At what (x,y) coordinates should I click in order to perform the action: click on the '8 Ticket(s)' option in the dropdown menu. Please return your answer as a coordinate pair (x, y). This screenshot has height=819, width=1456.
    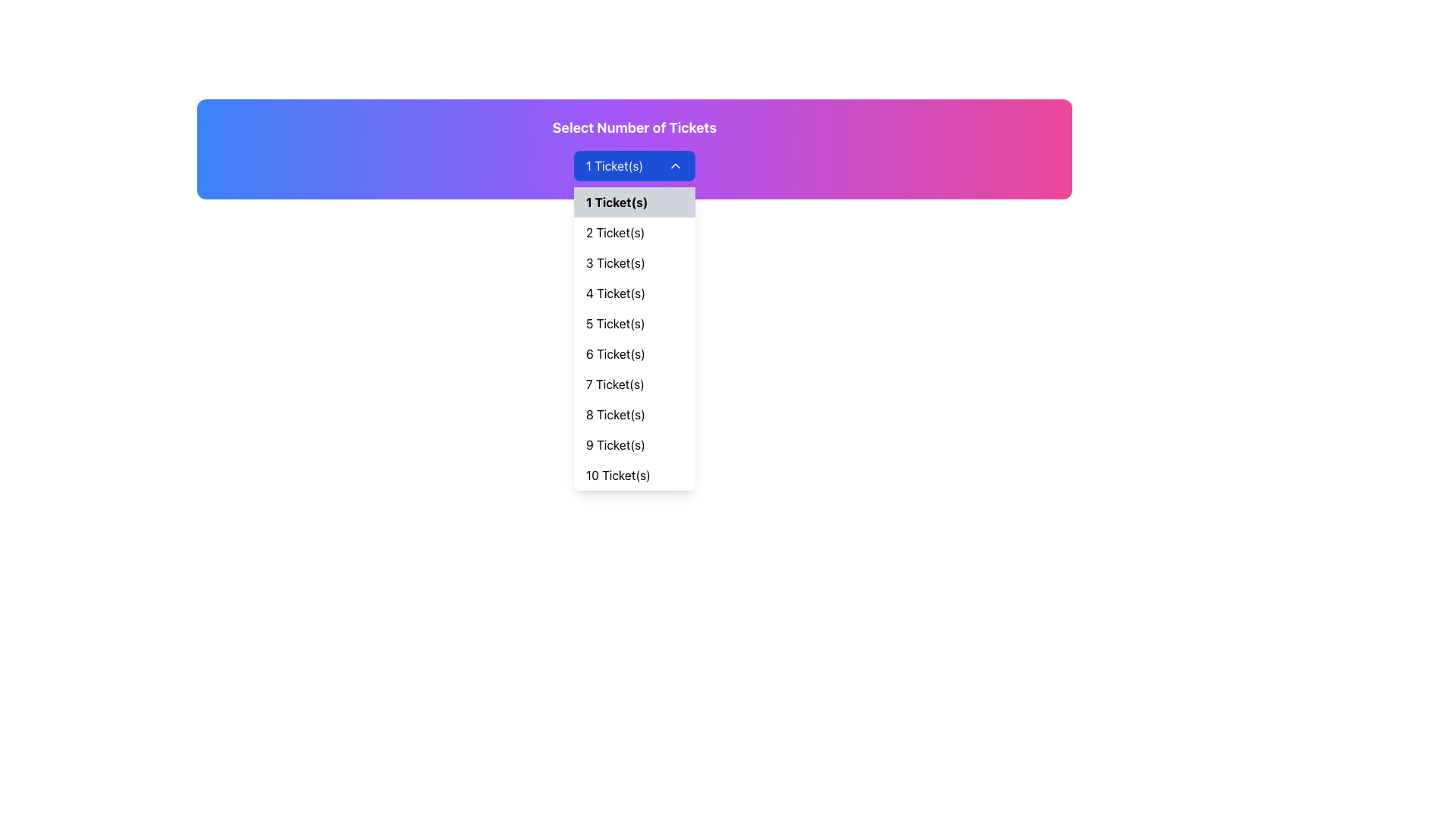
    Looking at the image, I should click on (634, 415).